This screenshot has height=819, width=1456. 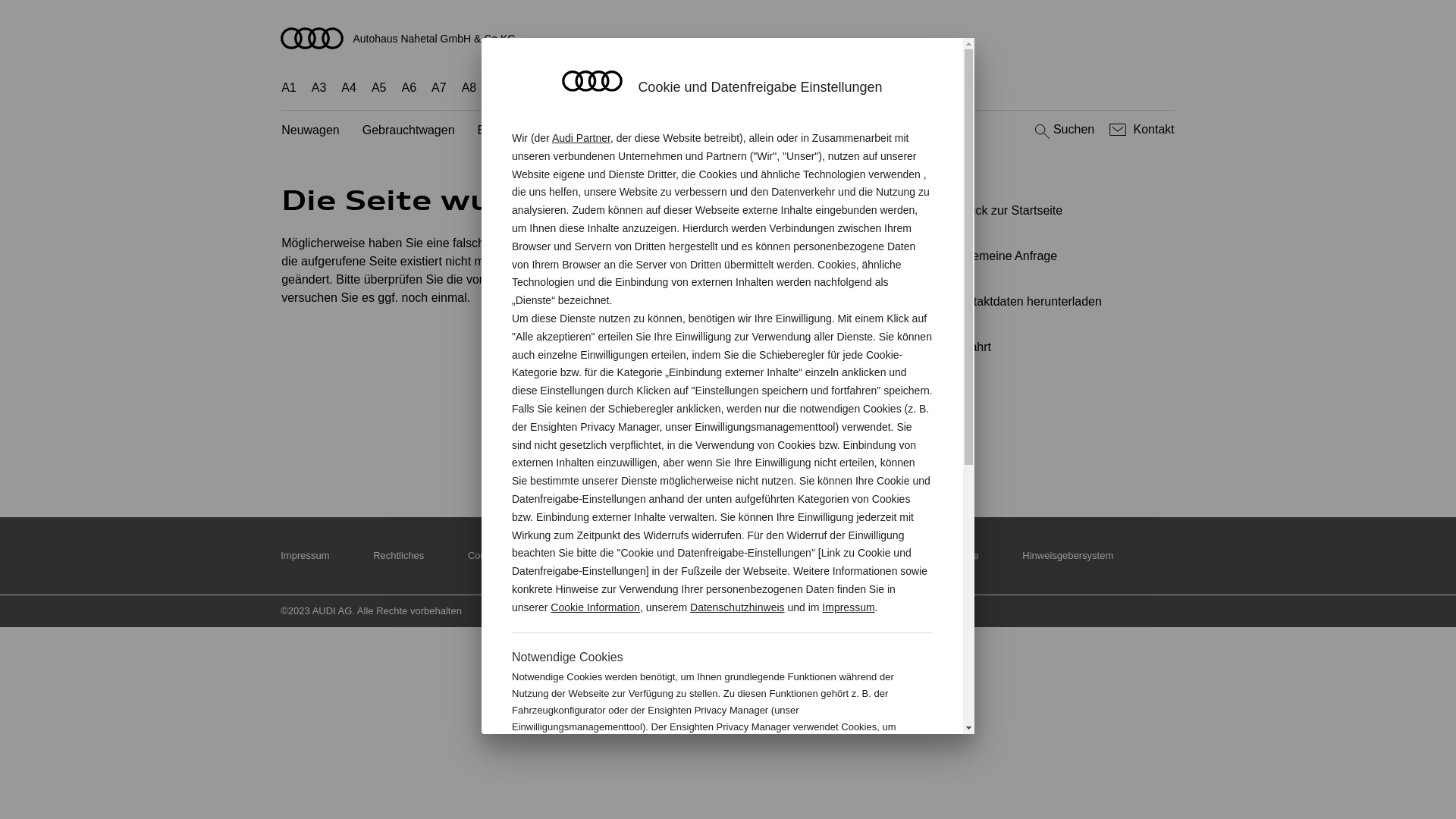 What do you see at coordinates (531, 87) in the screenshot?
I see `'Q3'` at bounding box center [531, 87].